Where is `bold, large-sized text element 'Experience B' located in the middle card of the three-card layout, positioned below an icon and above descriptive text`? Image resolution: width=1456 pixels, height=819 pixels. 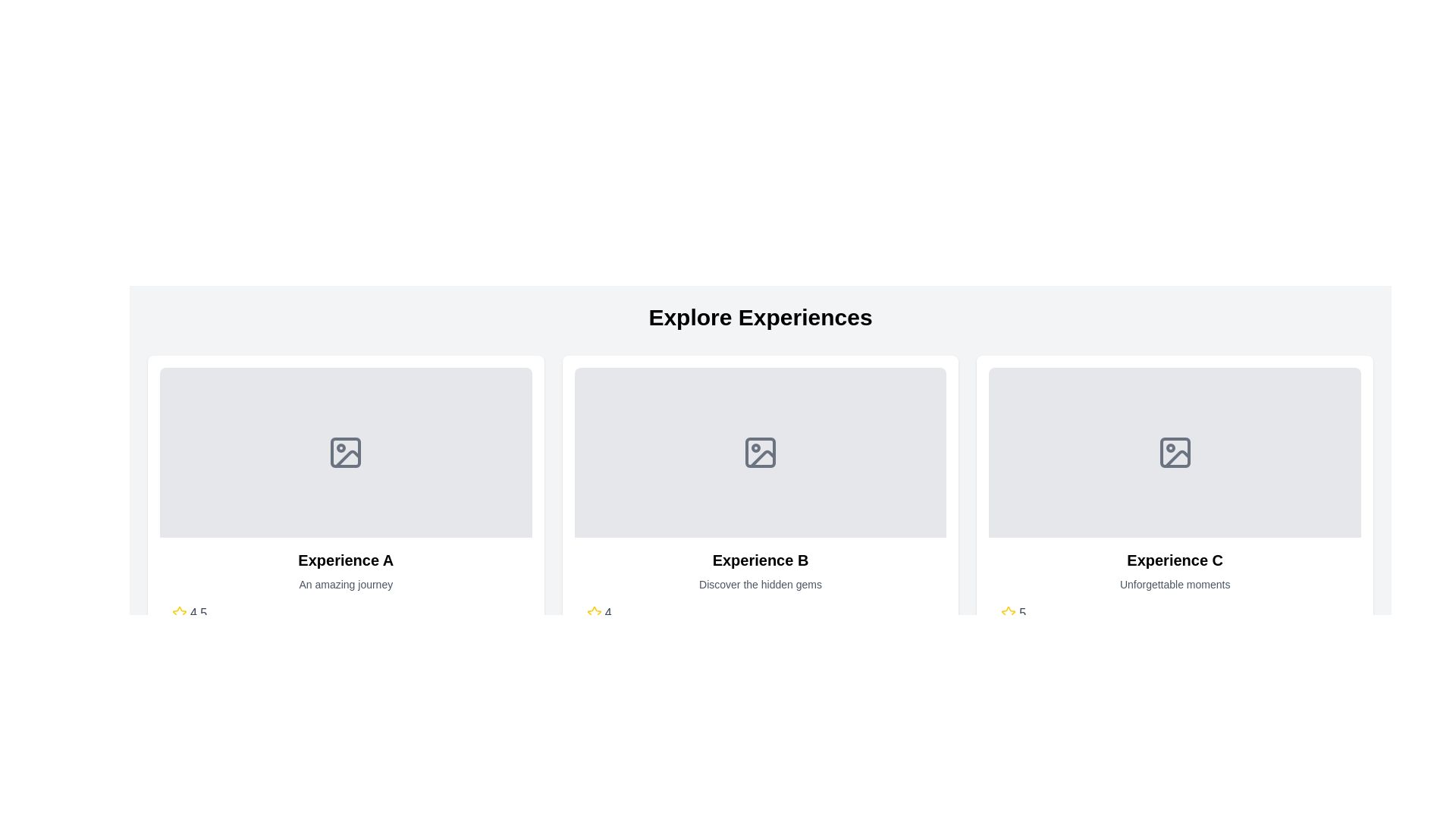
bold, large-sized text element 'Experience B' located in the middle card of the three-card layout, positioned below an icon and above descriptive text is located at coordinates (761, 560).